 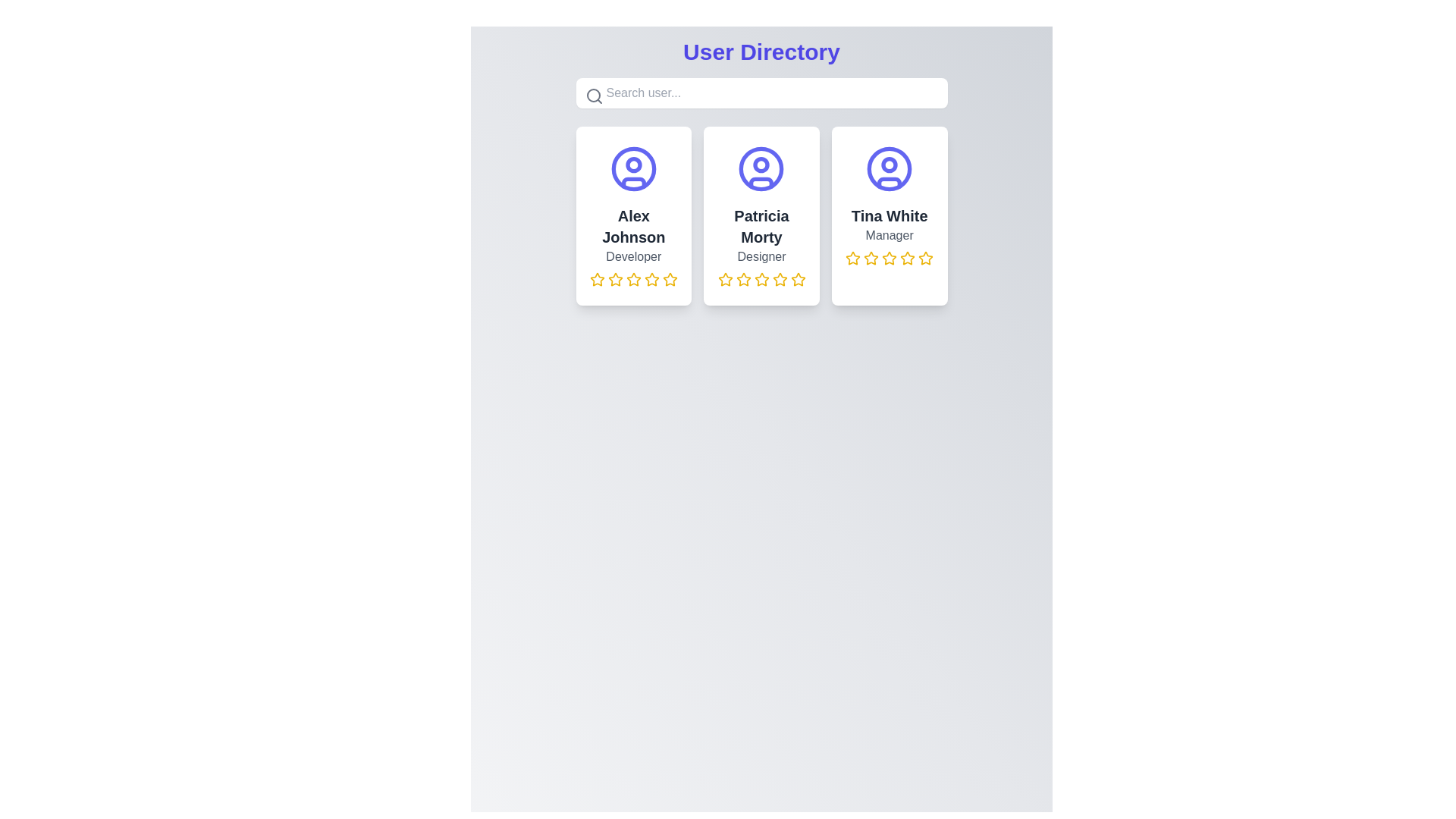 What do you see at coordinates (633, 280) in the screenshot?
I see `the fourth yellow star-shaped rating button under the card for user 'Alex Johnson' in the 'User Directory' interface to rate it` at bounding box center [633, 280].